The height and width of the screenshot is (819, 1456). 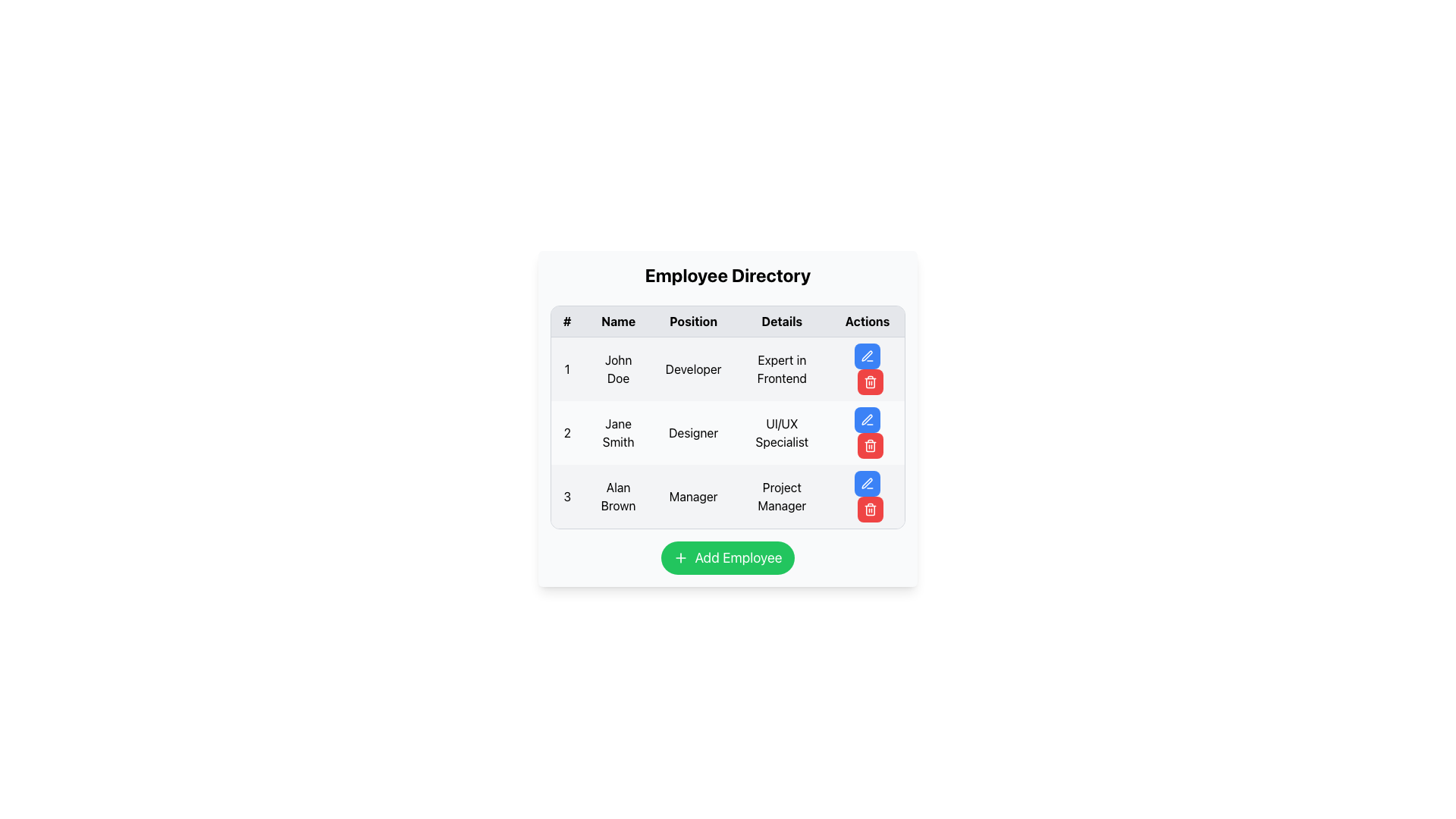 What do you see at coordinates (867, 419) in the screenshot?
I see `the pen-shaped edit icon located in the Actions column, next to the entry for Jane Smith` at bounding box center [867, 419].